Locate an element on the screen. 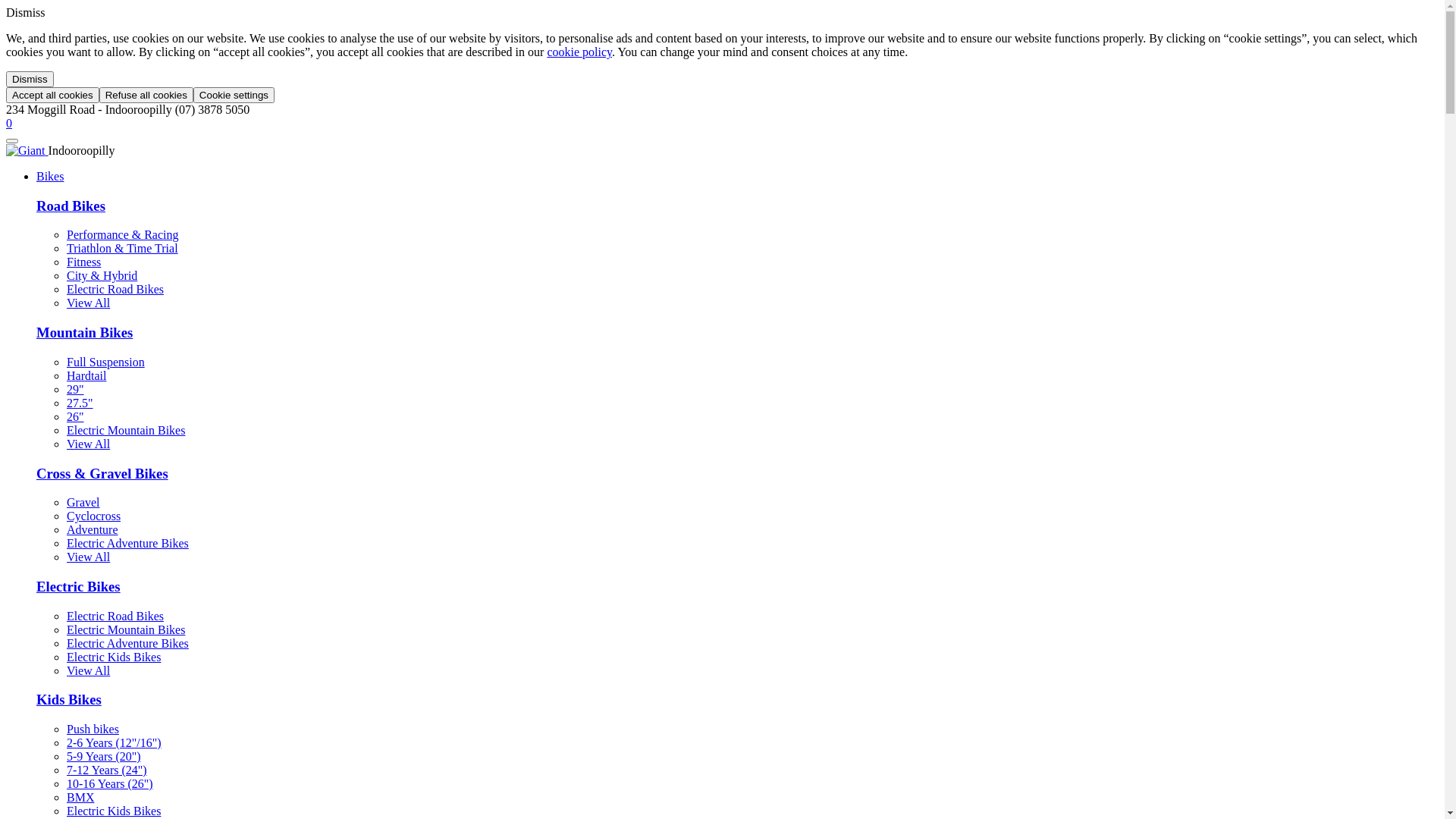 This screenshot has width=1456, height=819. 'BMX' is located at coordinates (79, 796).